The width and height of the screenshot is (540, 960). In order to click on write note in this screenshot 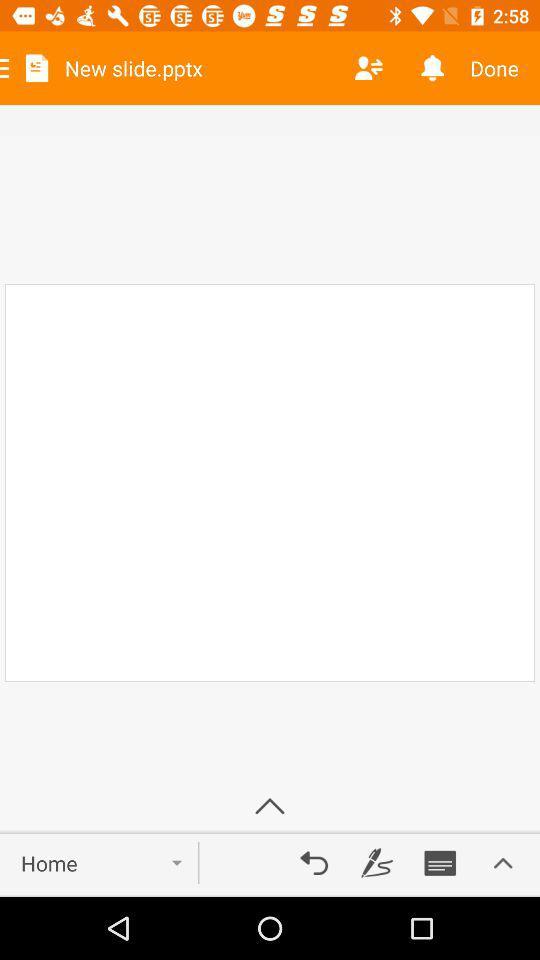, I will do `click(377, 862)`.